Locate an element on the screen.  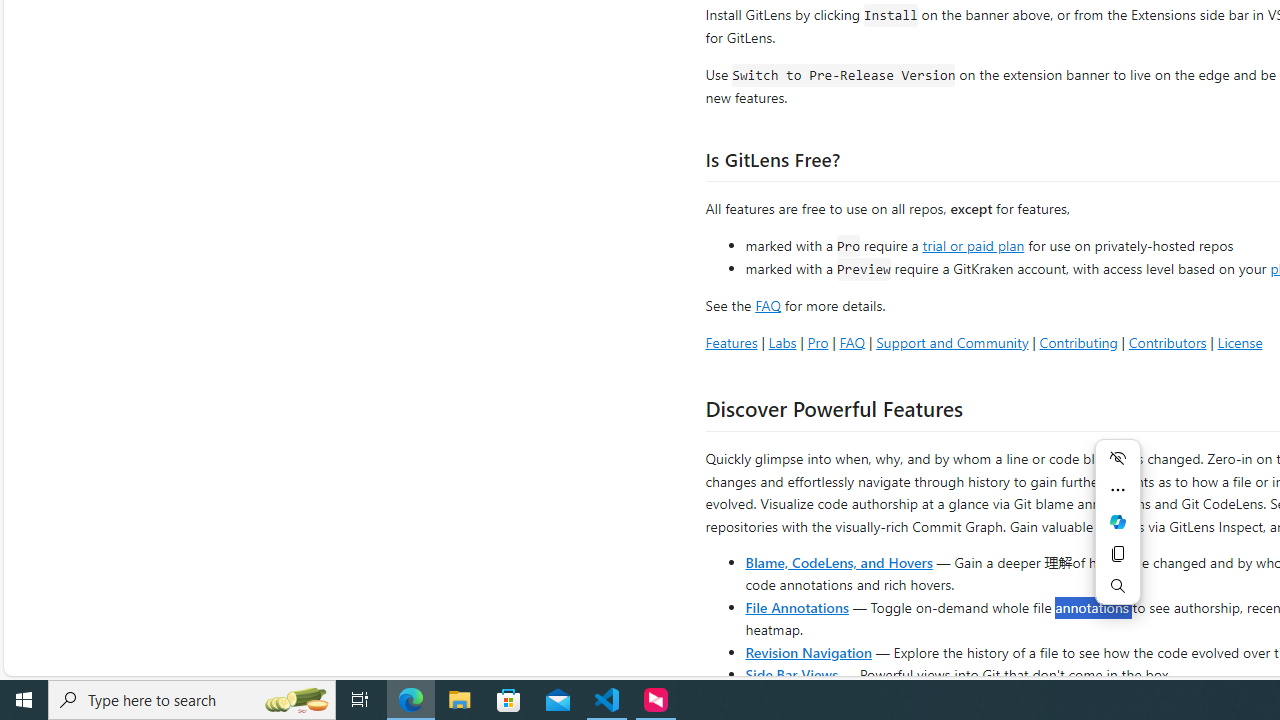
'File Annotations' is located at coordinates (795, 605).